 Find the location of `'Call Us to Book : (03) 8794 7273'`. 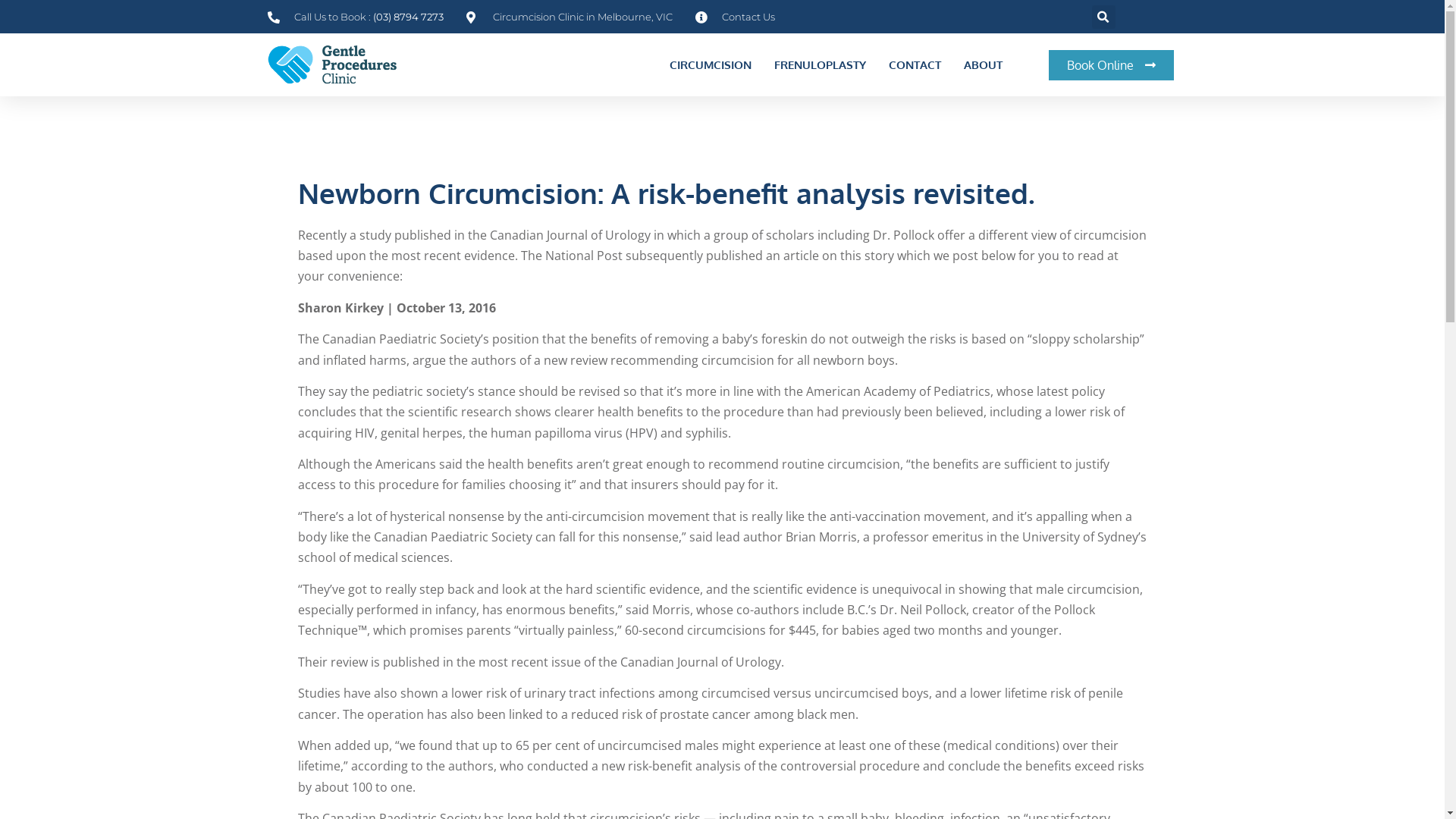

'Call Us to Book : (03) 8794 7273' is located at coordinates (353, 17).